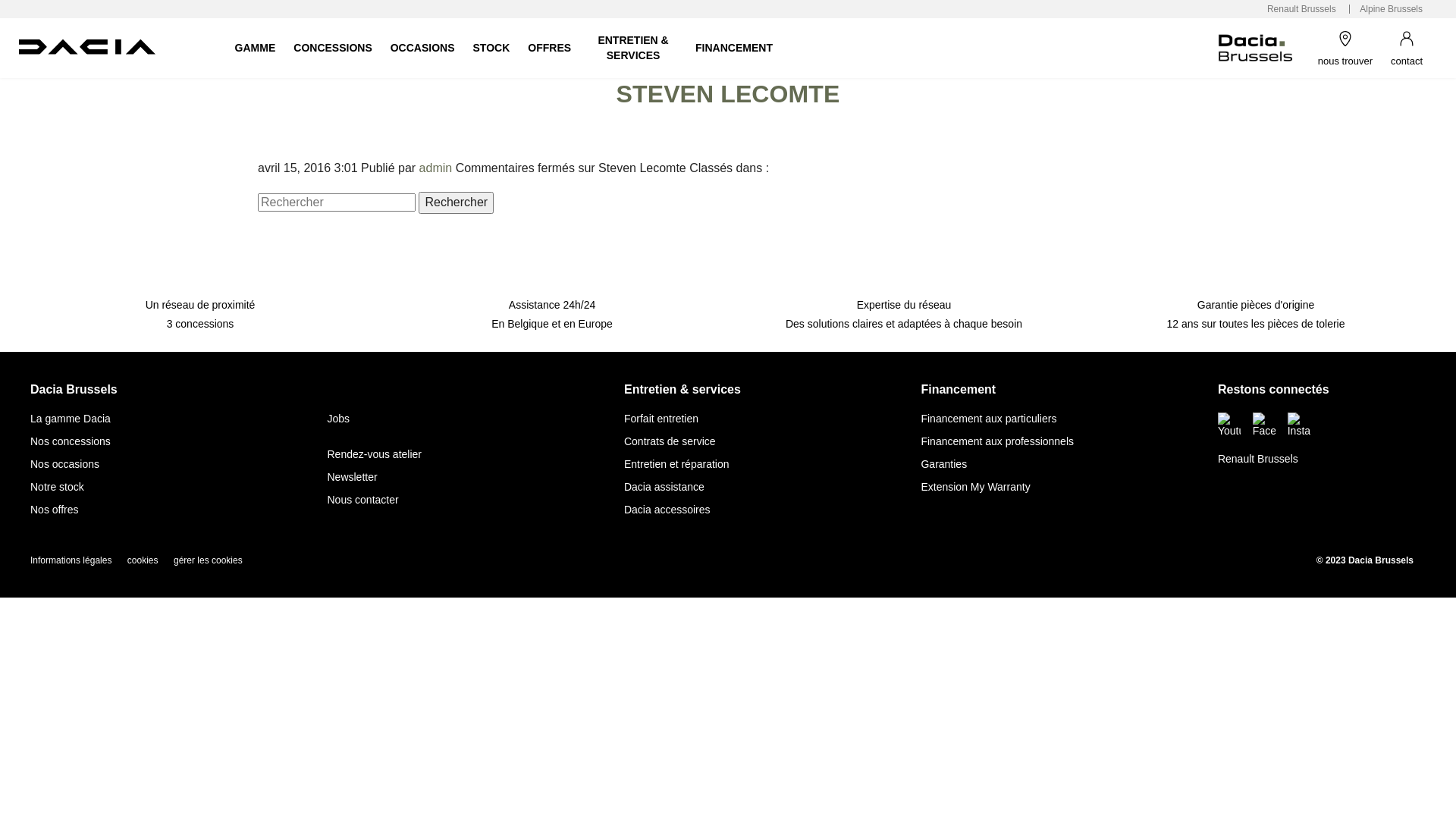 Image resolution: width=1456 pixels, height=819 pixels. What do you see at coordinates (143, 560) in the screenshot?
I see `'cookies'` at bounding box center [143, 560].